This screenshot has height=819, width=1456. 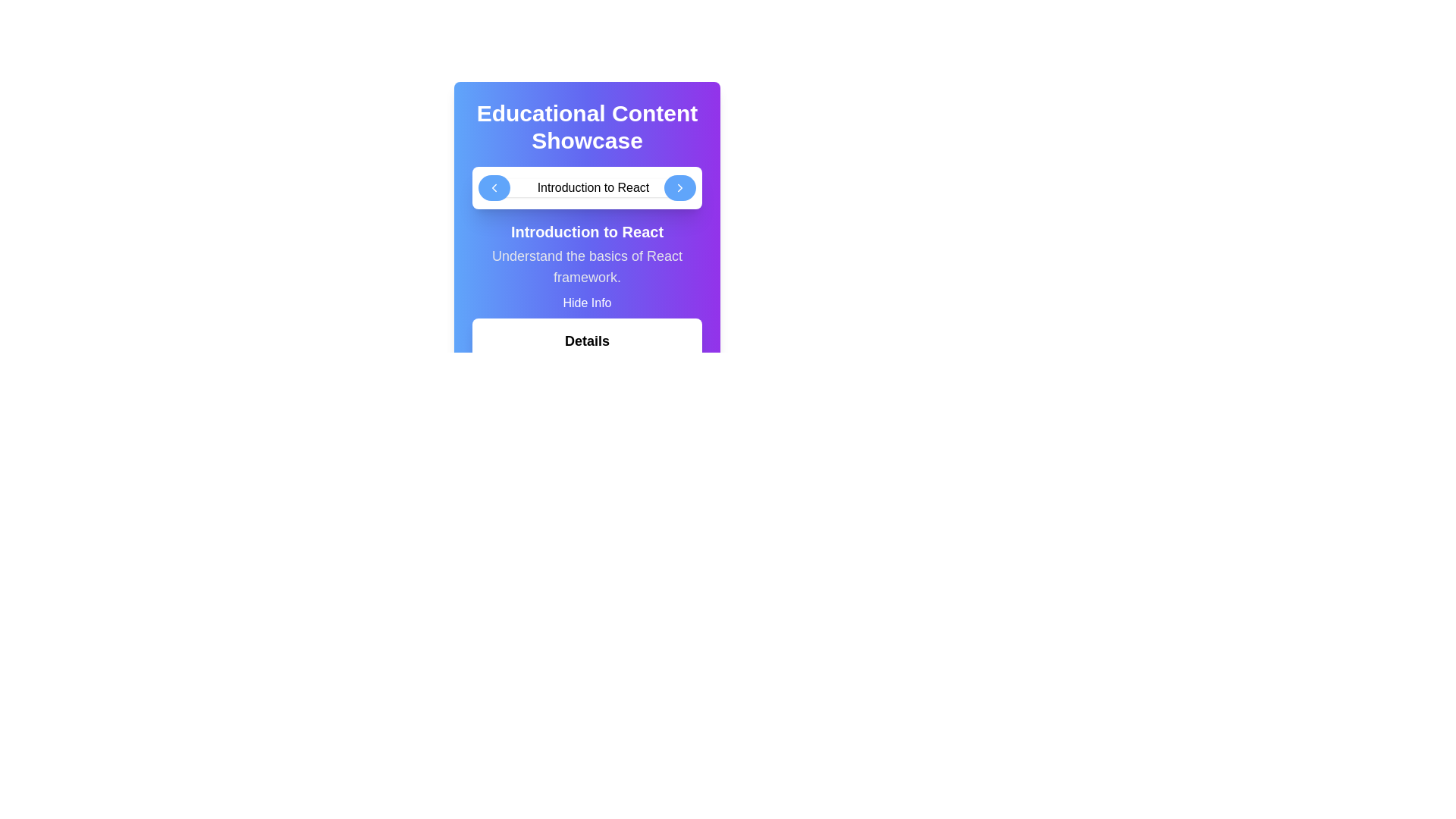 What do you see at coordinates (586, 187) in the screenshot?
I see `the rectangular image with rounded corners displaying a placeholder related to 'Introduction to React', located in the center of the 'Educational Content Showcase' card` at bounding box center [586, 187].